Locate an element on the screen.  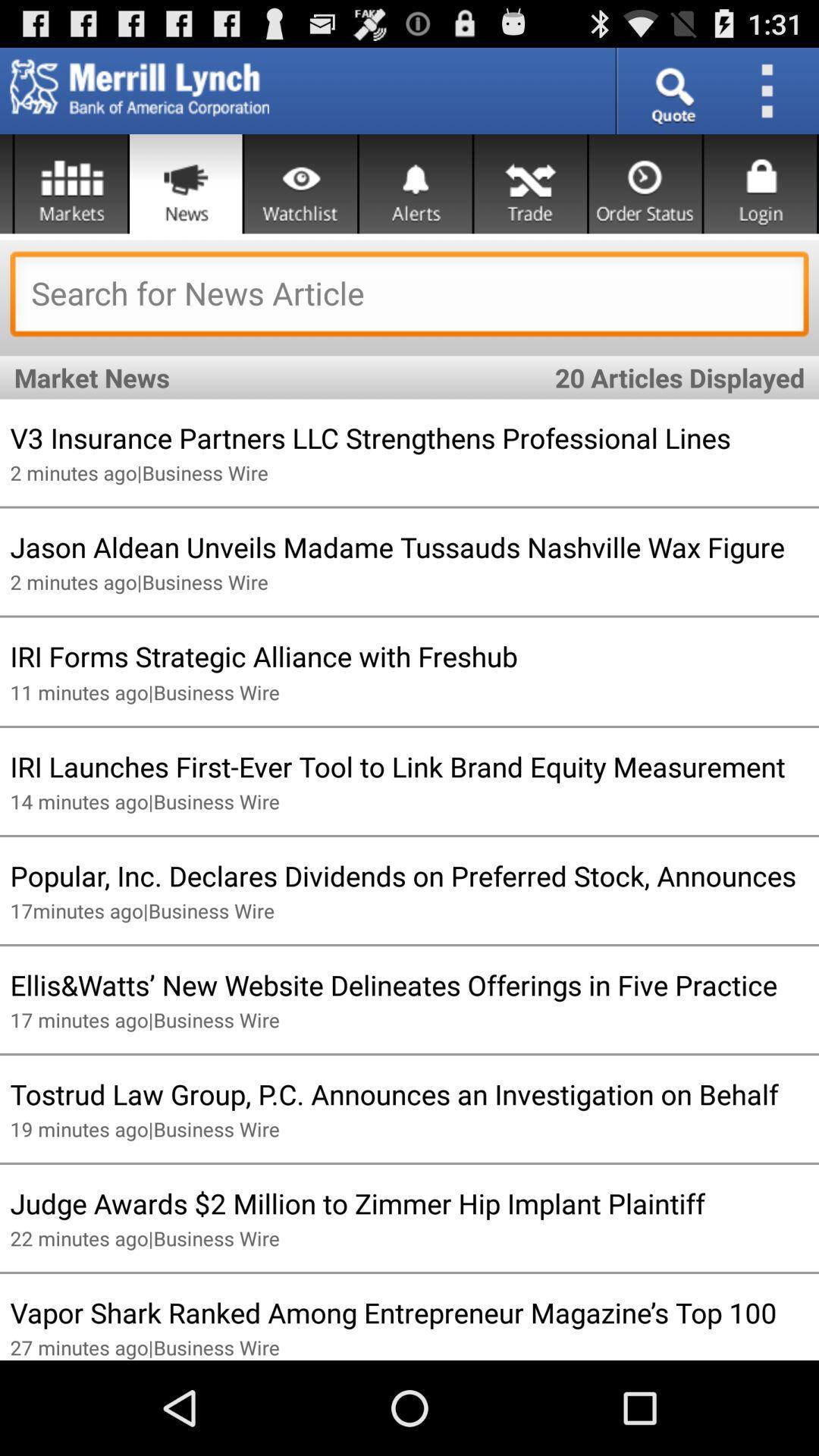
the time icon is located at coordinates (645, 196).